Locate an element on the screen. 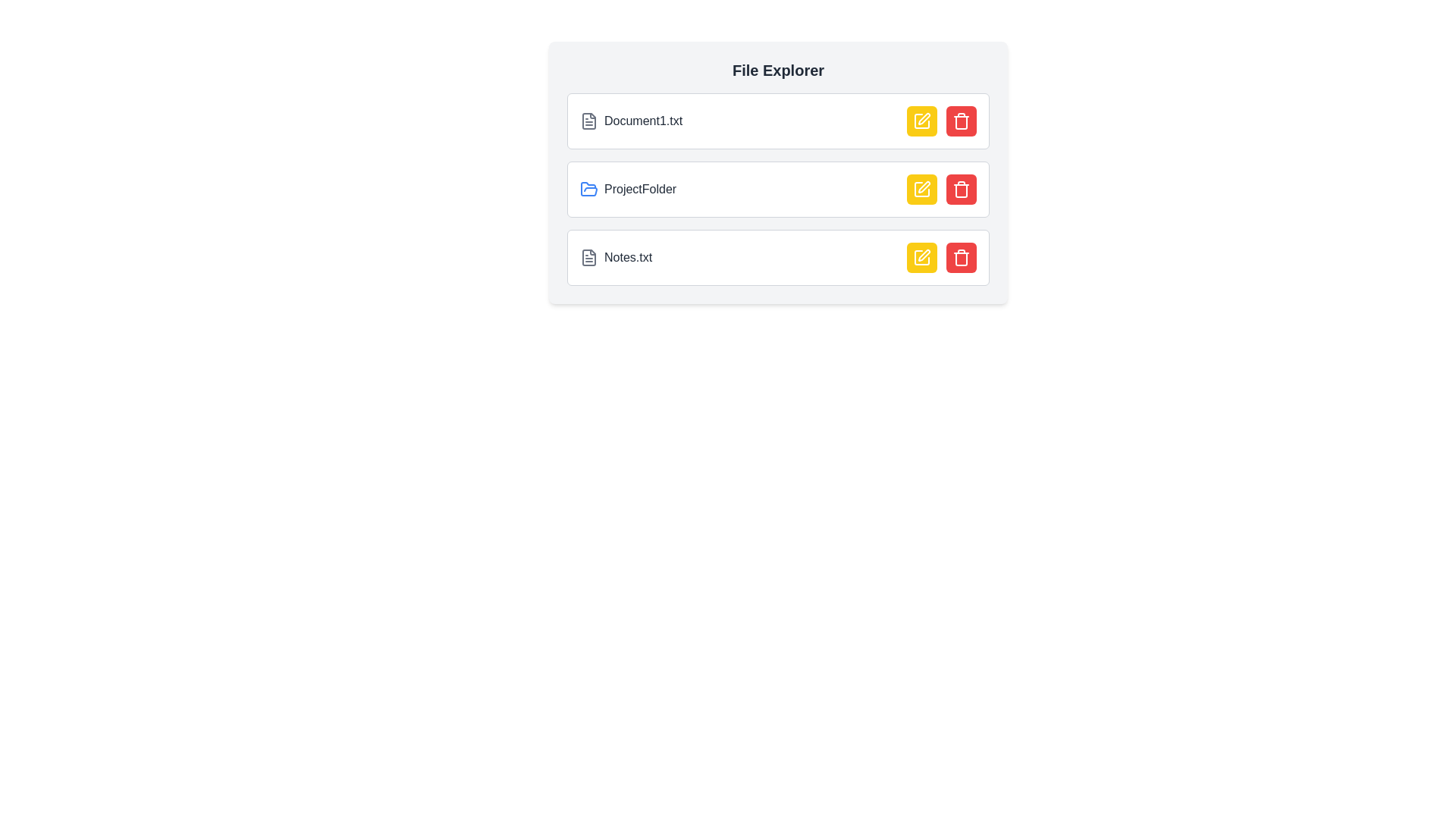 This screenshot has height=819, width=1456. the small yellow circular button with a pencil icon located in the 'ProjectFolder' list of the file explorer is located at coordinates (921, 189).